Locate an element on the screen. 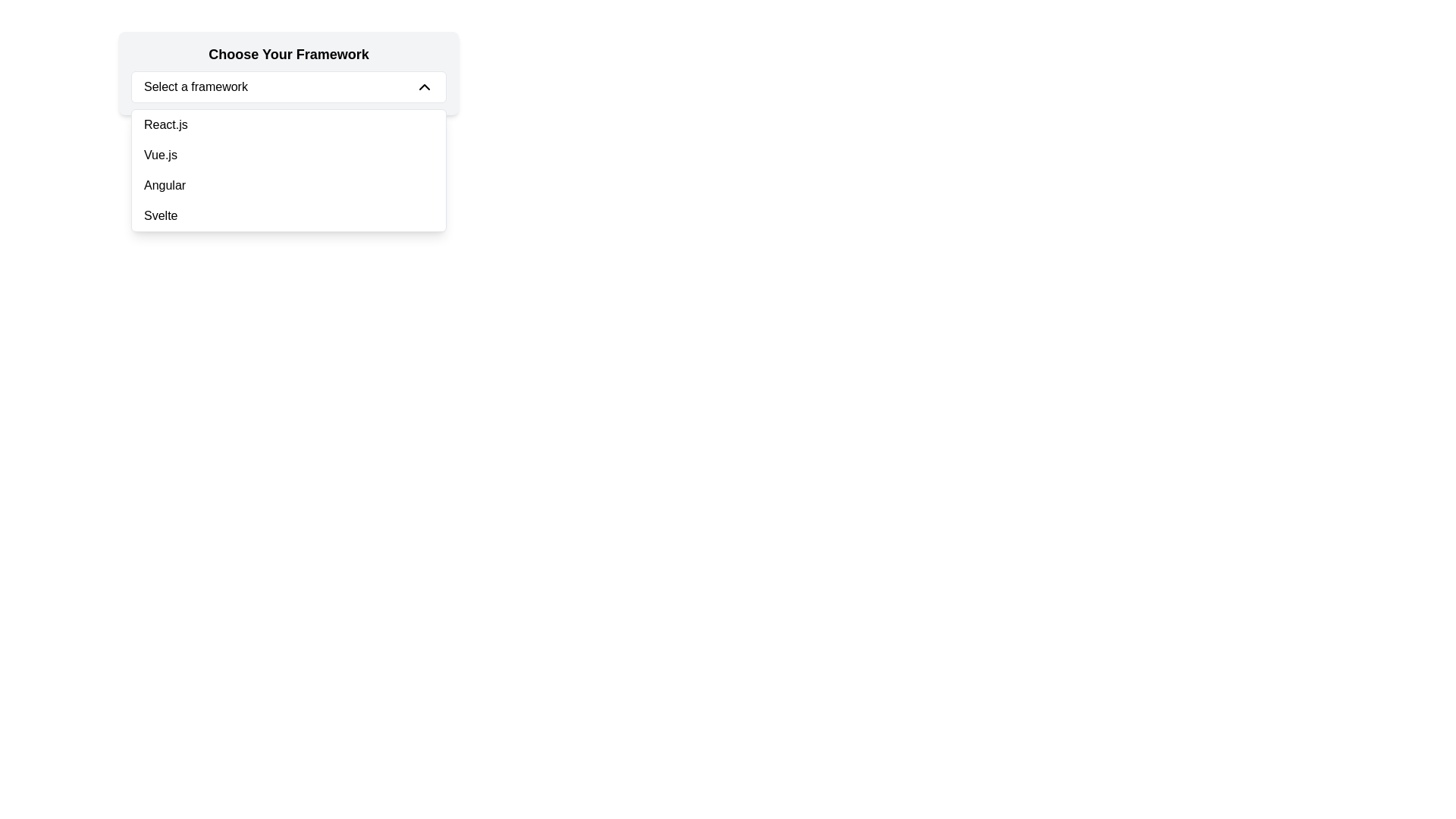  the third option in the dropdown menu that allows selecting 'Angular' as the chosen framework is located at coordinates (288, 185).